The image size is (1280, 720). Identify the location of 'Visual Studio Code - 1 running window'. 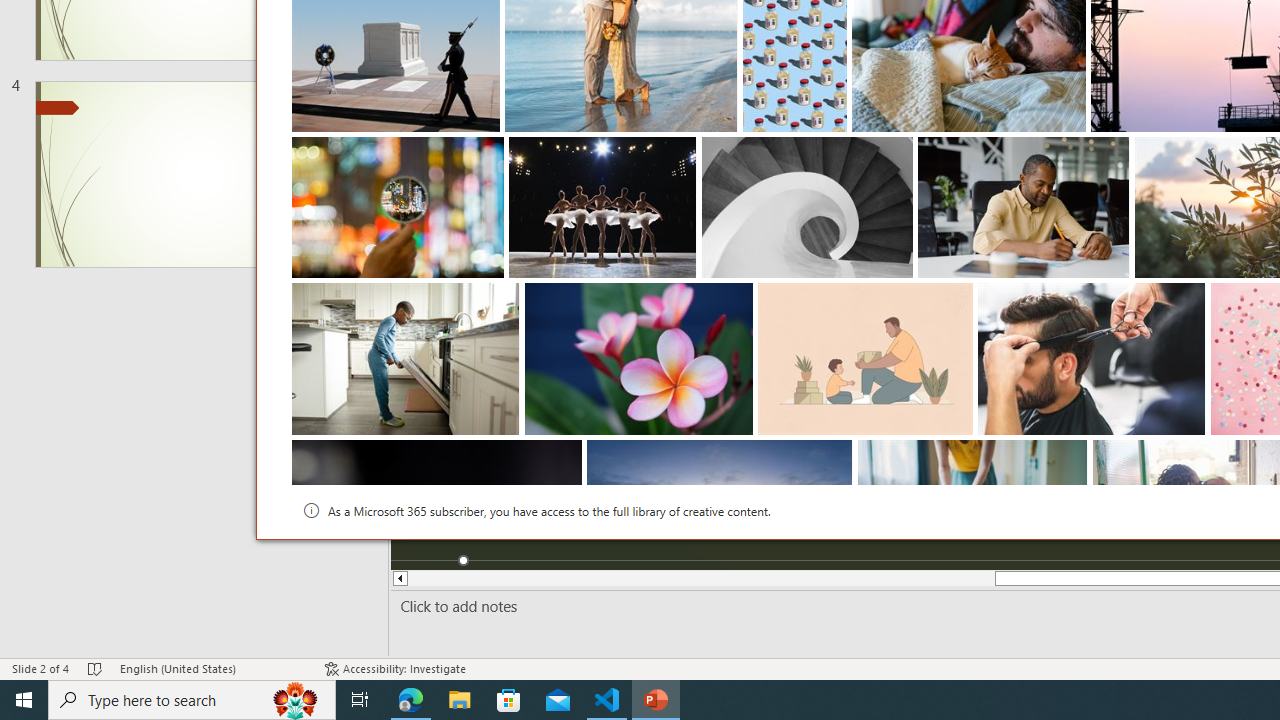
(606, 698).